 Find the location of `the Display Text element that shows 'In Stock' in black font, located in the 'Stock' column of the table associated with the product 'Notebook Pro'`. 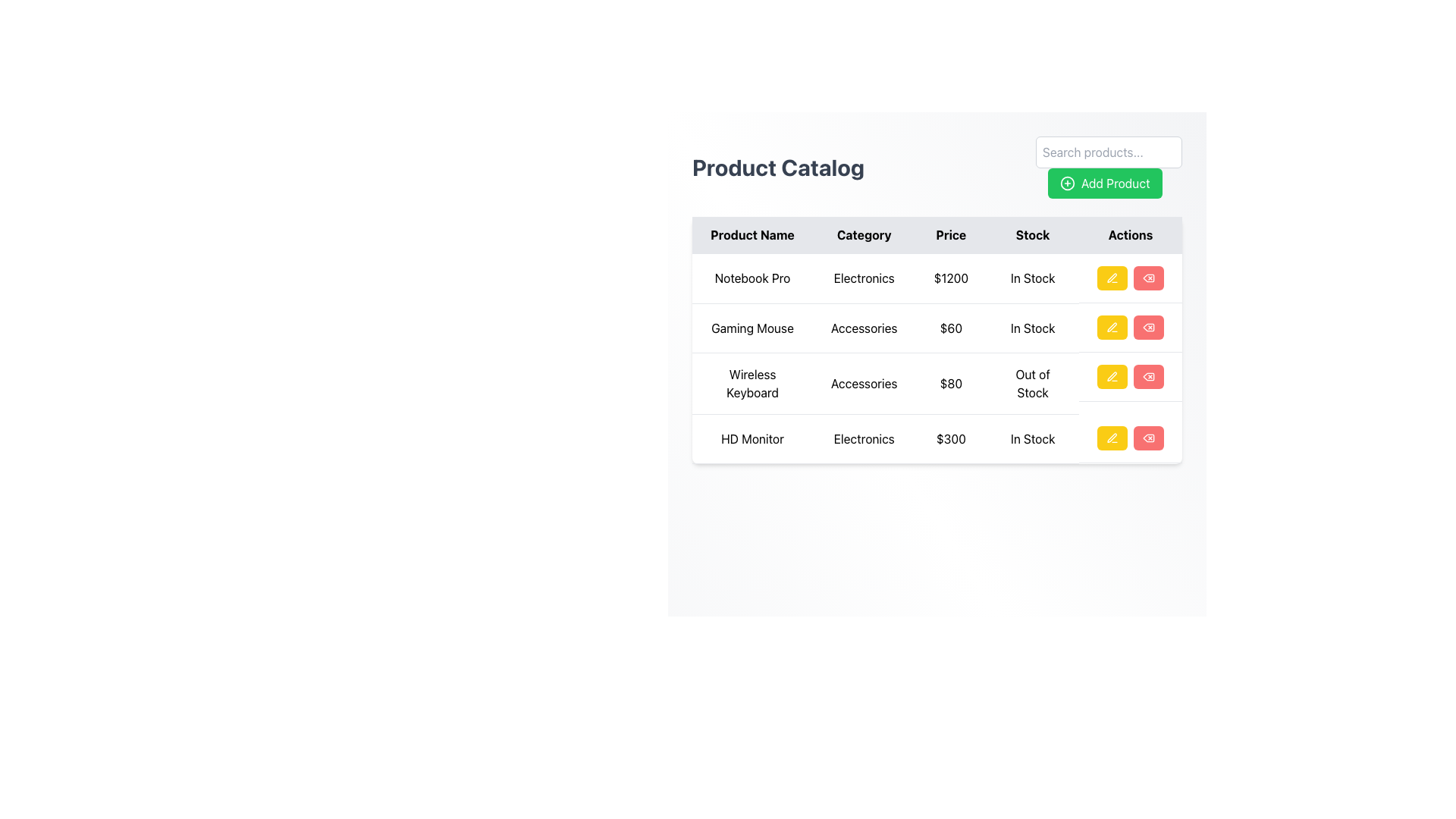

the Display Text element that shows 'In Stock' in black font, located in the 'Stock' column of the table associated with the product 'Notebook Pro' is located at coordinates (1032, 278).